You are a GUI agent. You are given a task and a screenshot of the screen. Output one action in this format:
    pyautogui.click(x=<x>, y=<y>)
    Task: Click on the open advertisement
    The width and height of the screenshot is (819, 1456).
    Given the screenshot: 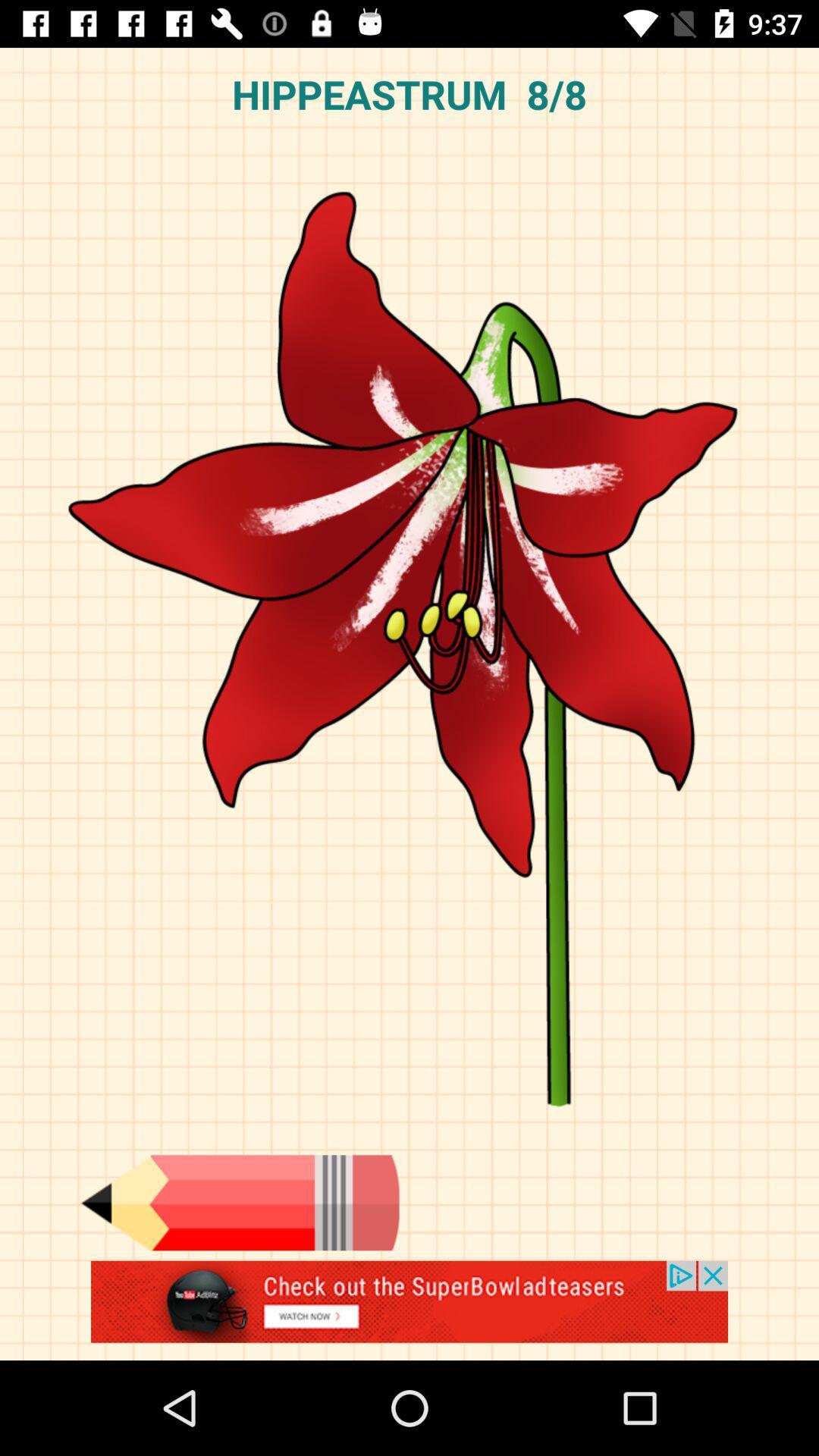 What is the action you would take?
    pyautogui.click(x=409, y=1310)
    